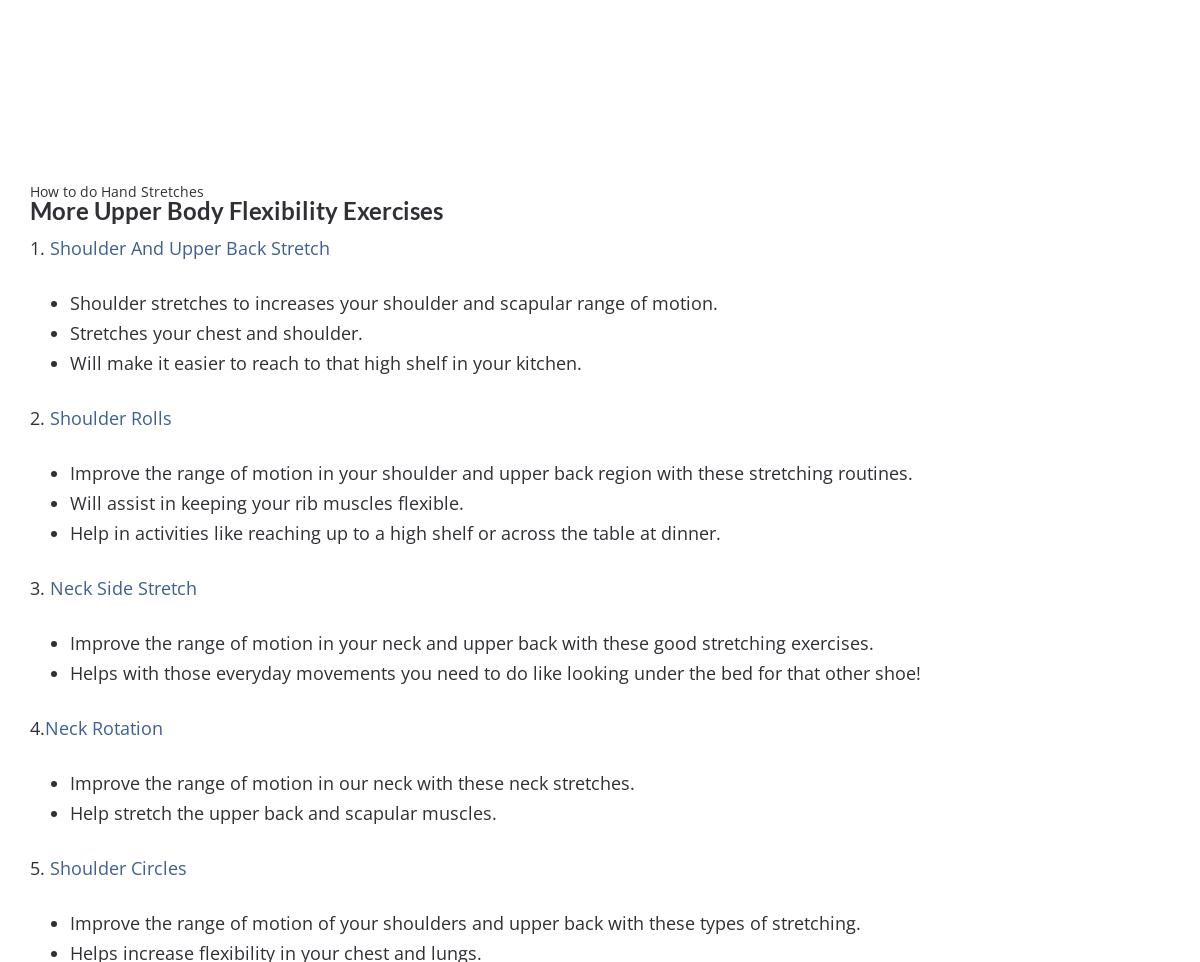 The image size is (1200, 962). Describe the element at coordinates (118, 865) in the screenshot. I see `'Shoulder Circles'` at that location.